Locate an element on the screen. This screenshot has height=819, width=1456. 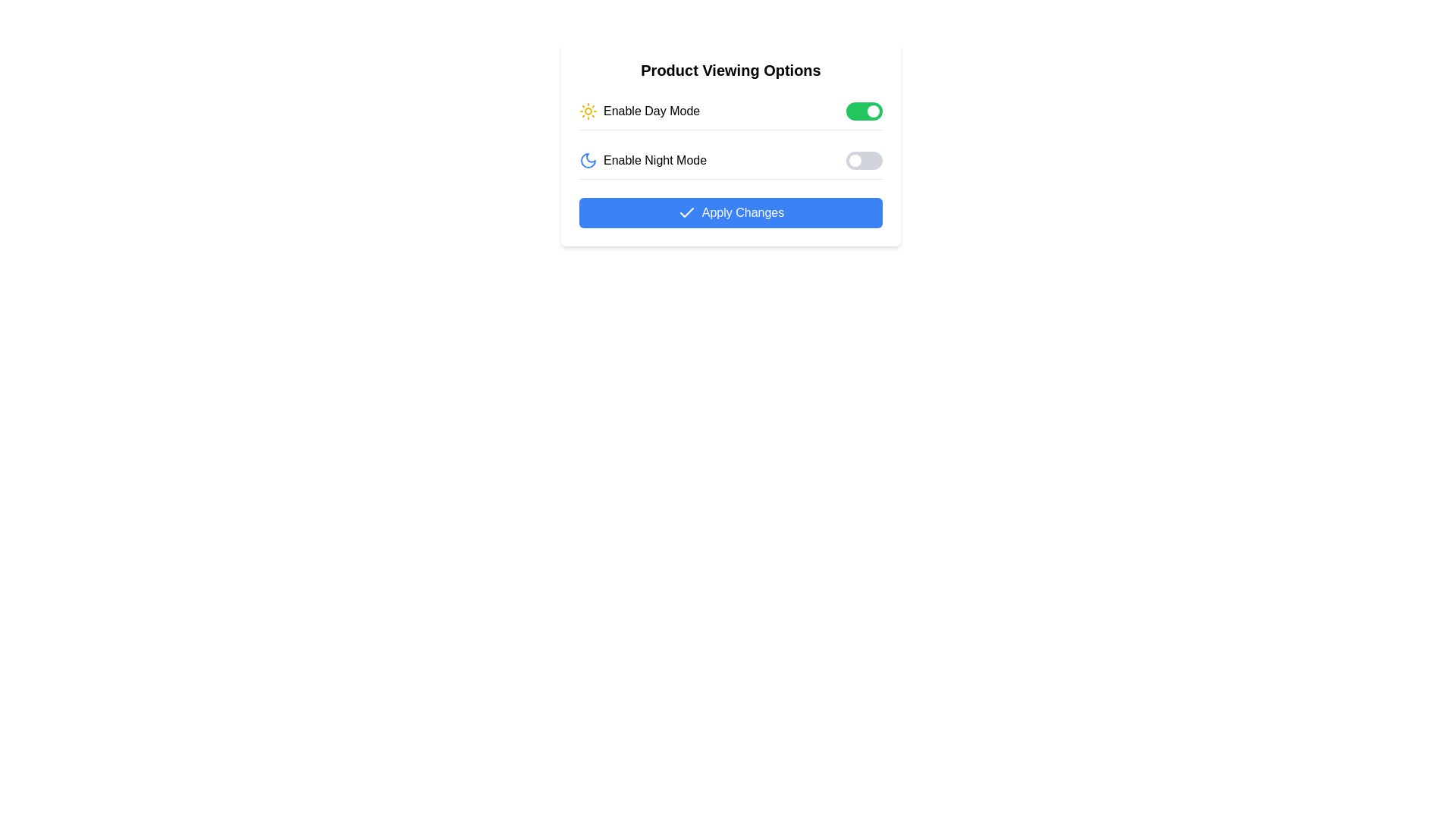
the toggle switch for 'Enable Night Mode' to change its state from 'off' to 'on' or vice versa is located at coordinates (864, 161).